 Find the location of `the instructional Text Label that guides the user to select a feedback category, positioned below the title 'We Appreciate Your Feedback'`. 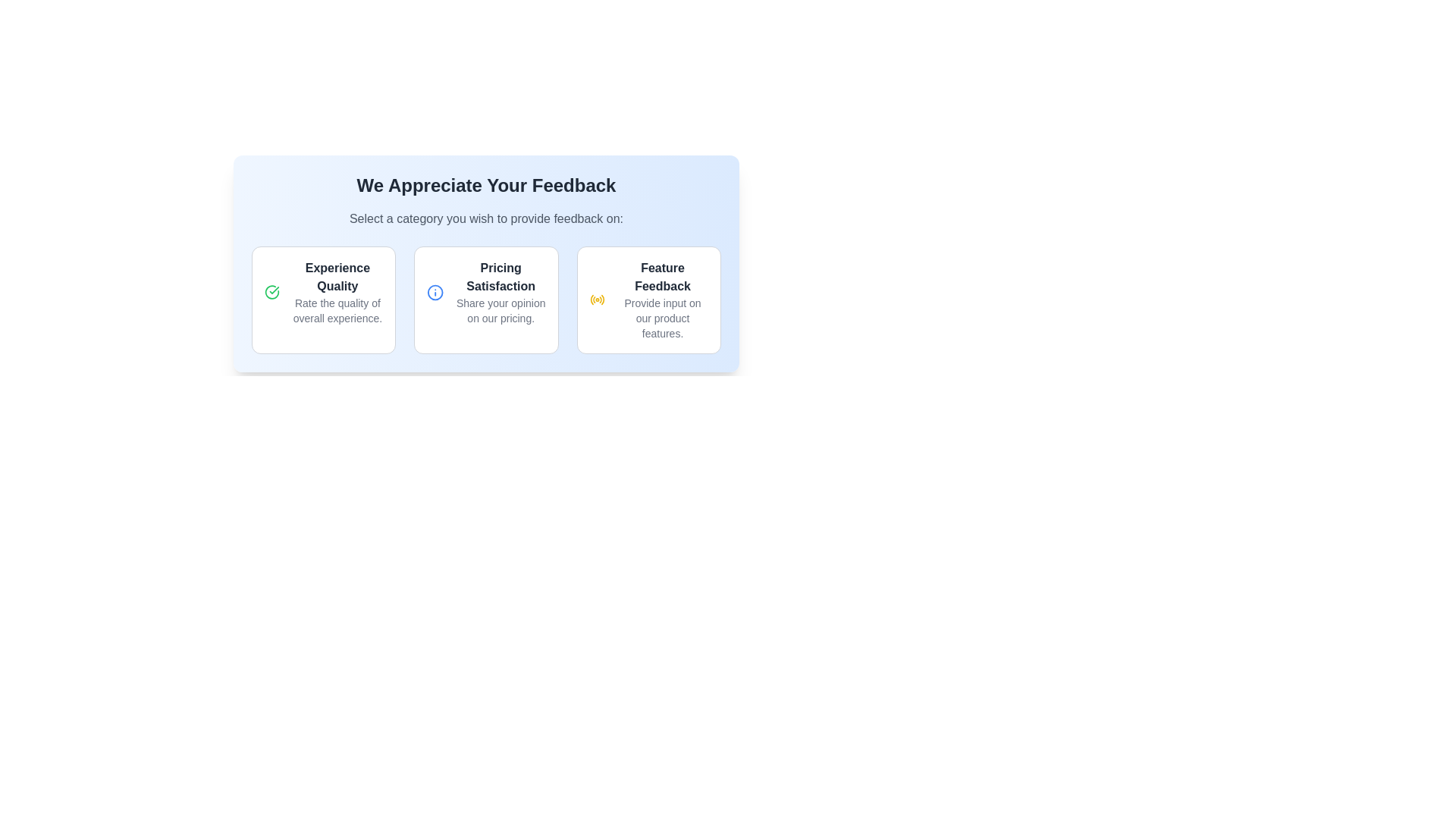

the instructional Text Label that guides the user to select a feedback category, positioned below the title 'We Appreciate Your Feedback' is located at coordinates (486, 219).